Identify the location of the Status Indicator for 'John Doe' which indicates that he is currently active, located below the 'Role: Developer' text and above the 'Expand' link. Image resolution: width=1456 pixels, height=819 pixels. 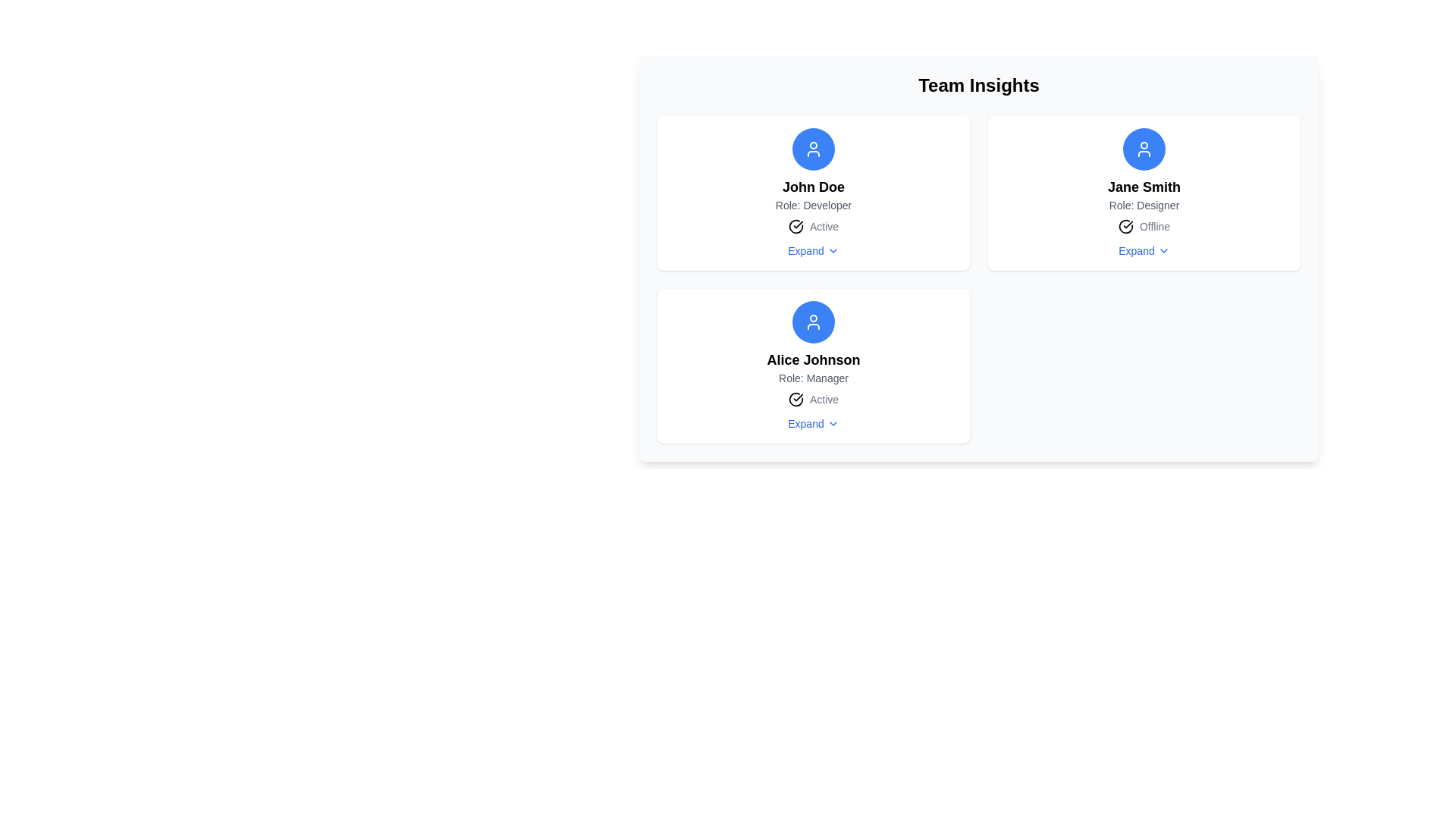
(813, 227).